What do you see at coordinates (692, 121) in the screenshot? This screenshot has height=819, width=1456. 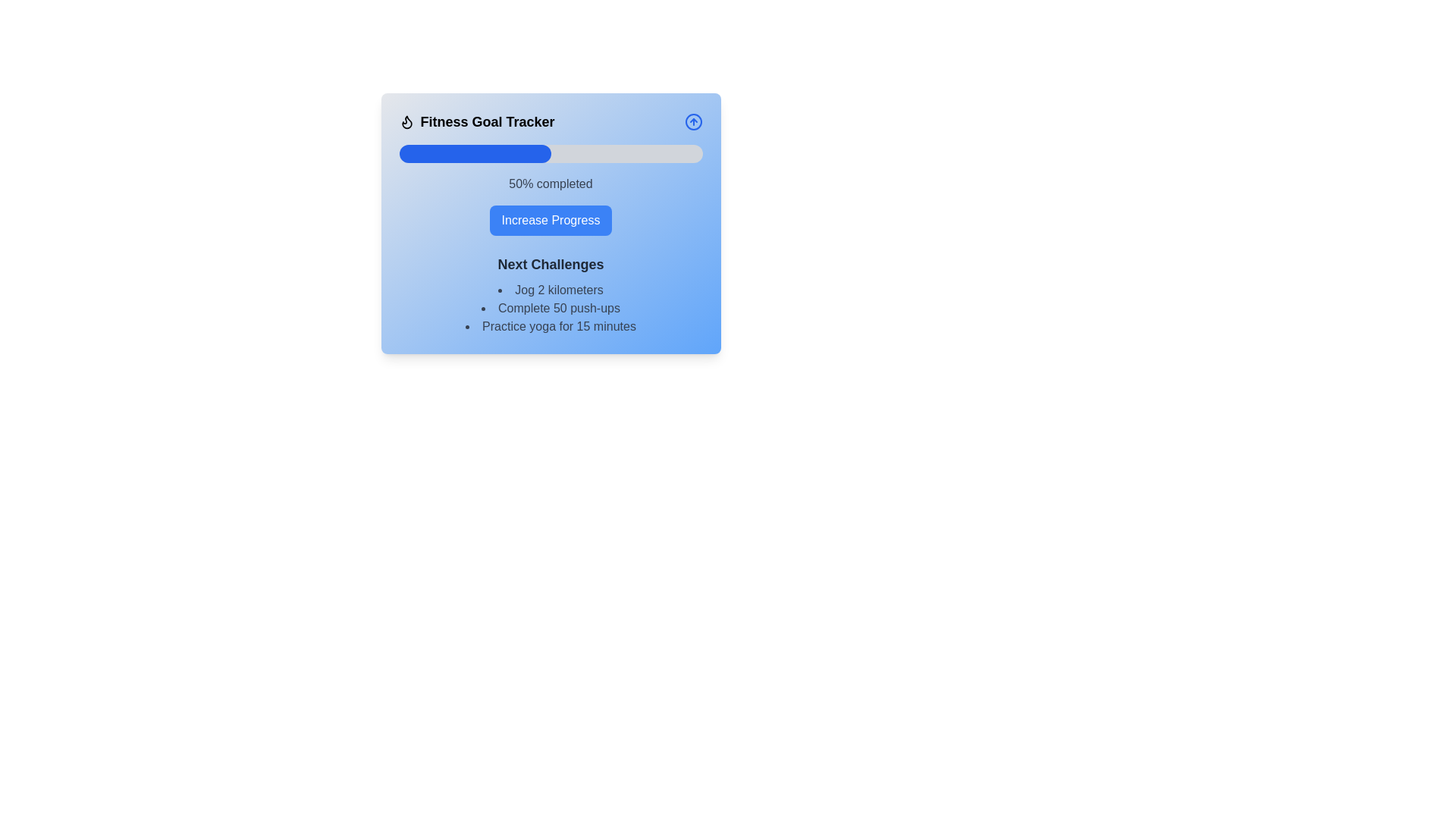 I see `the icon located in the top-right corner of the 'Fitness Goal Tracker' section` at bounding box center [692, 121].